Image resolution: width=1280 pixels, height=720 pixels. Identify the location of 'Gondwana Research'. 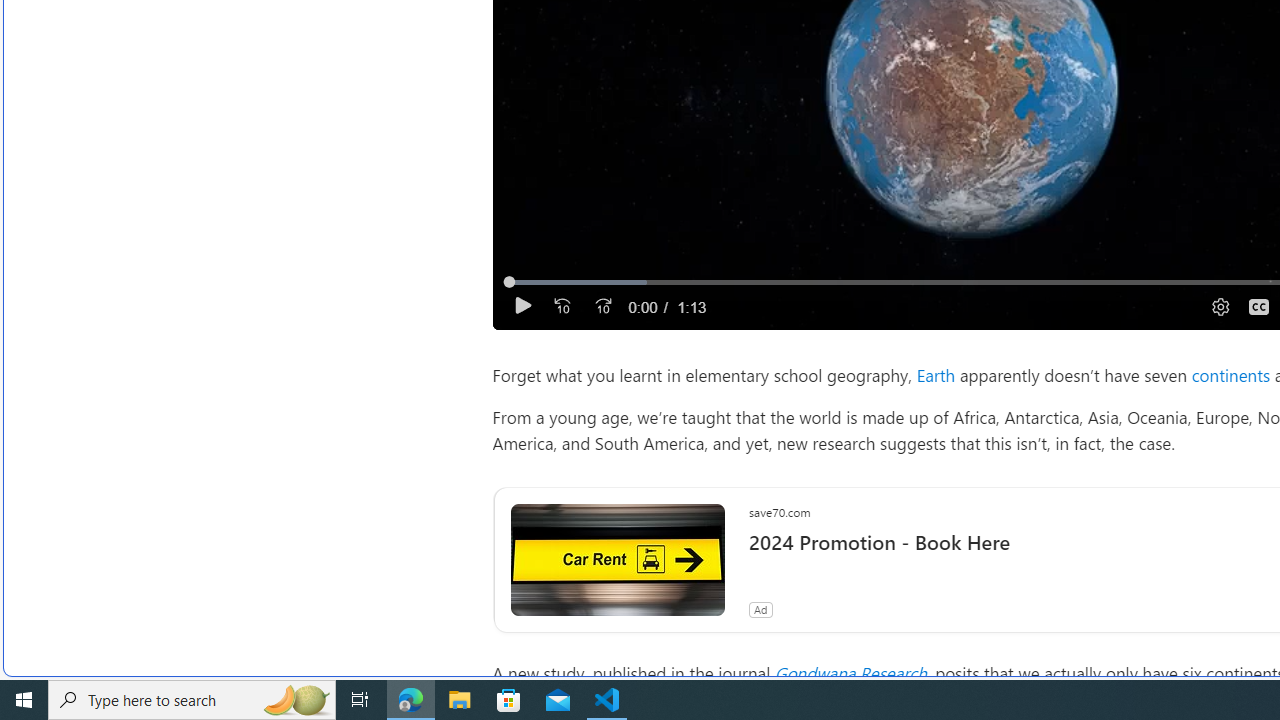
(850, 672).